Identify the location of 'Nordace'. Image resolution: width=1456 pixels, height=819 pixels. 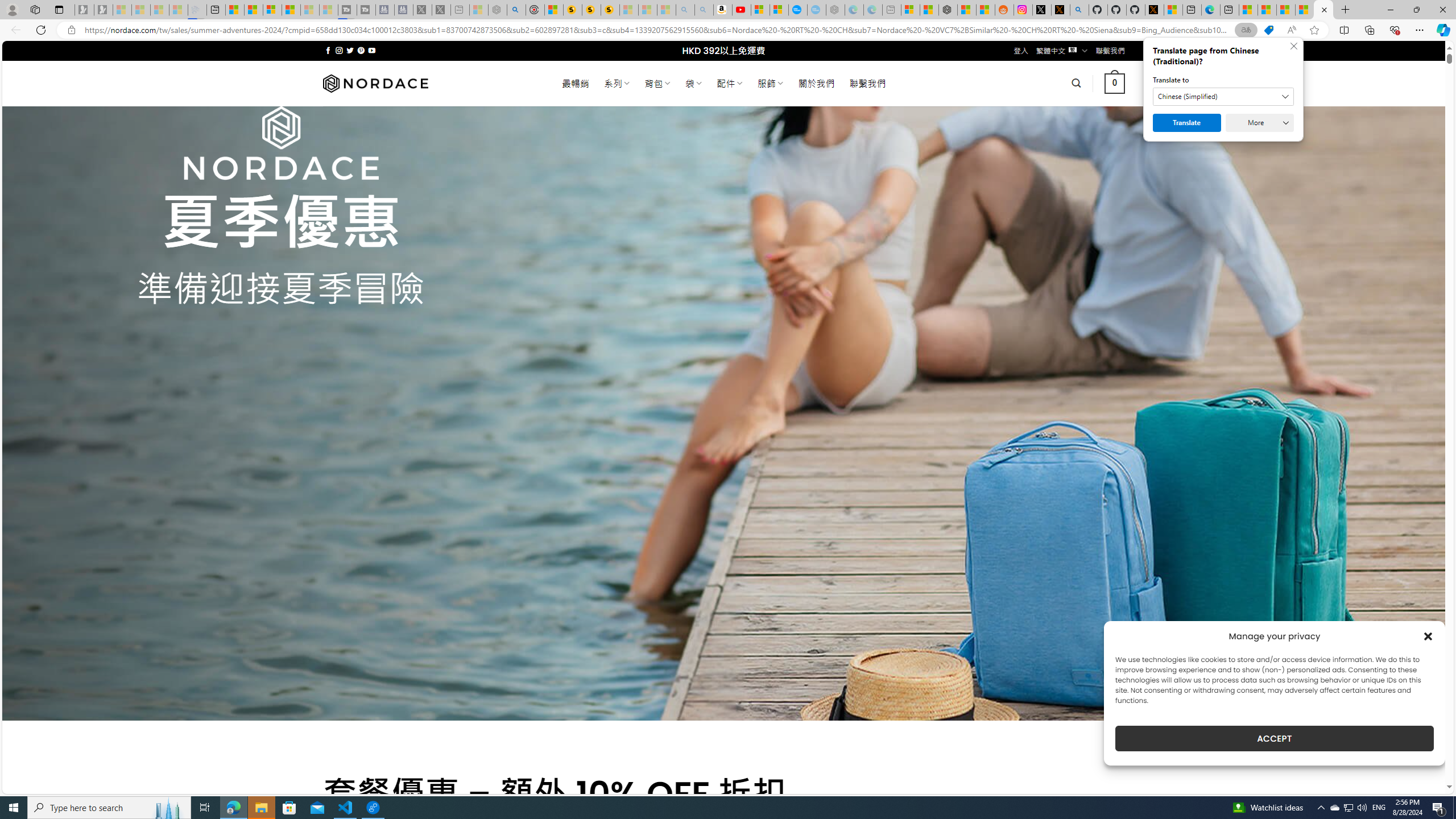
(375, 82).